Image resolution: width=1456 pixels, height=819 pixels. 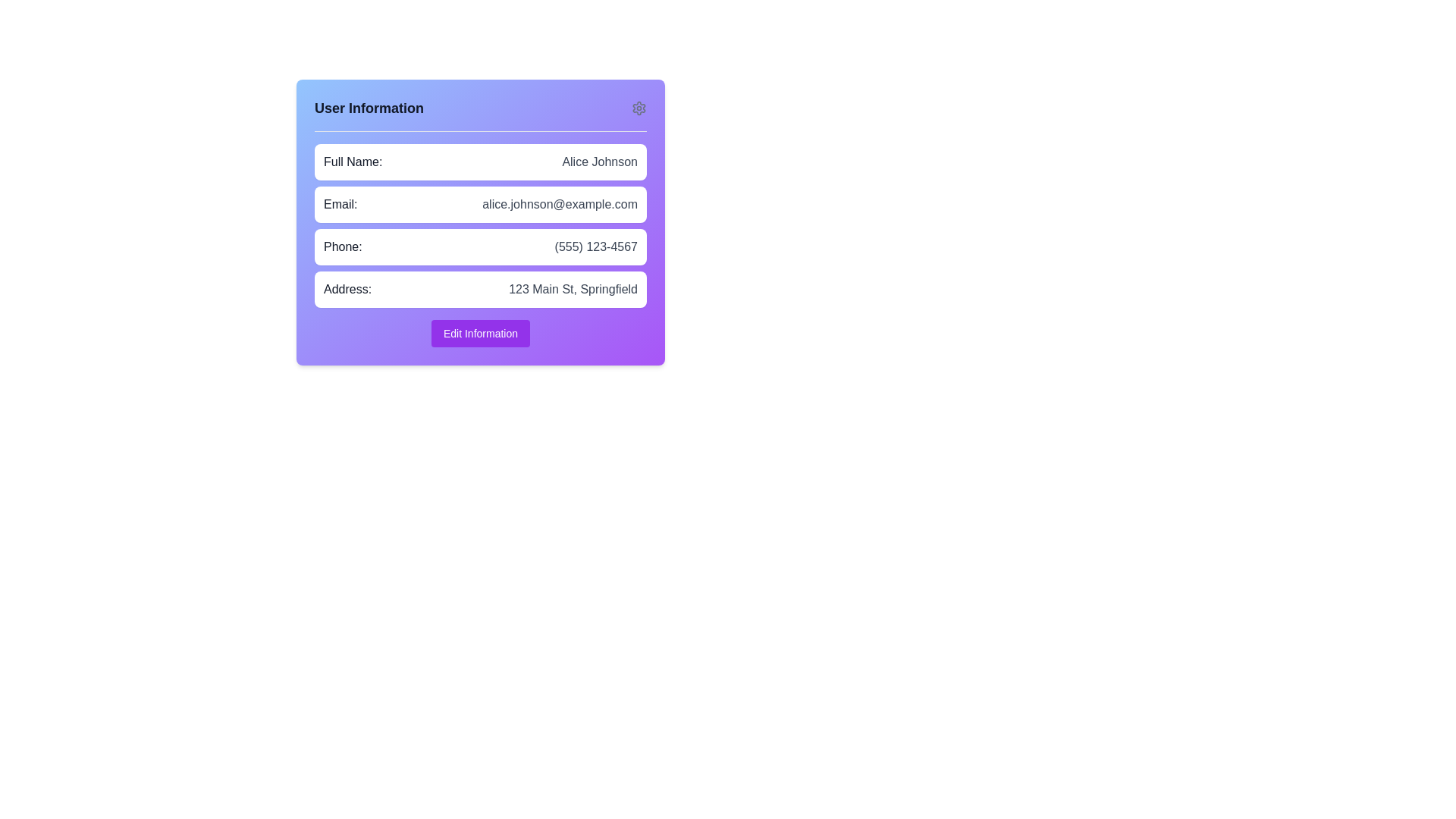 I want to click on the 'Edit Information' button, so click(x=479, y=332).